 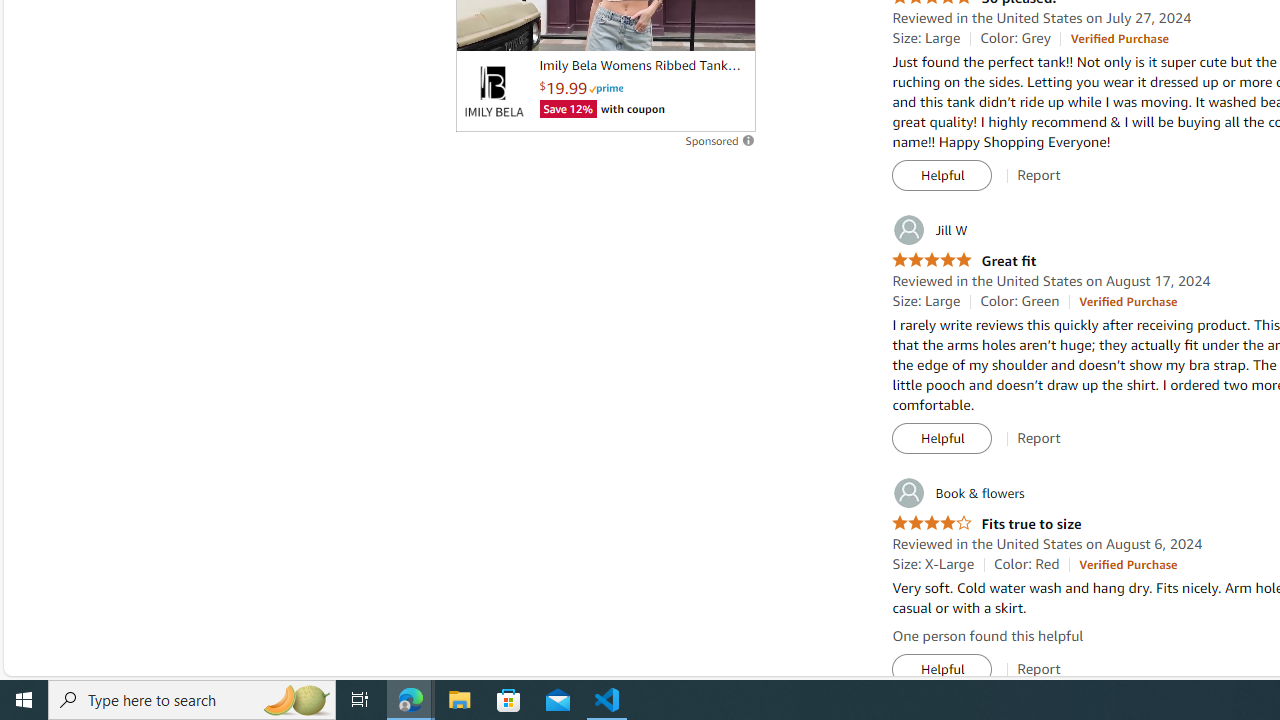 I want to click on 'Report', so click(x=1039, y=669).